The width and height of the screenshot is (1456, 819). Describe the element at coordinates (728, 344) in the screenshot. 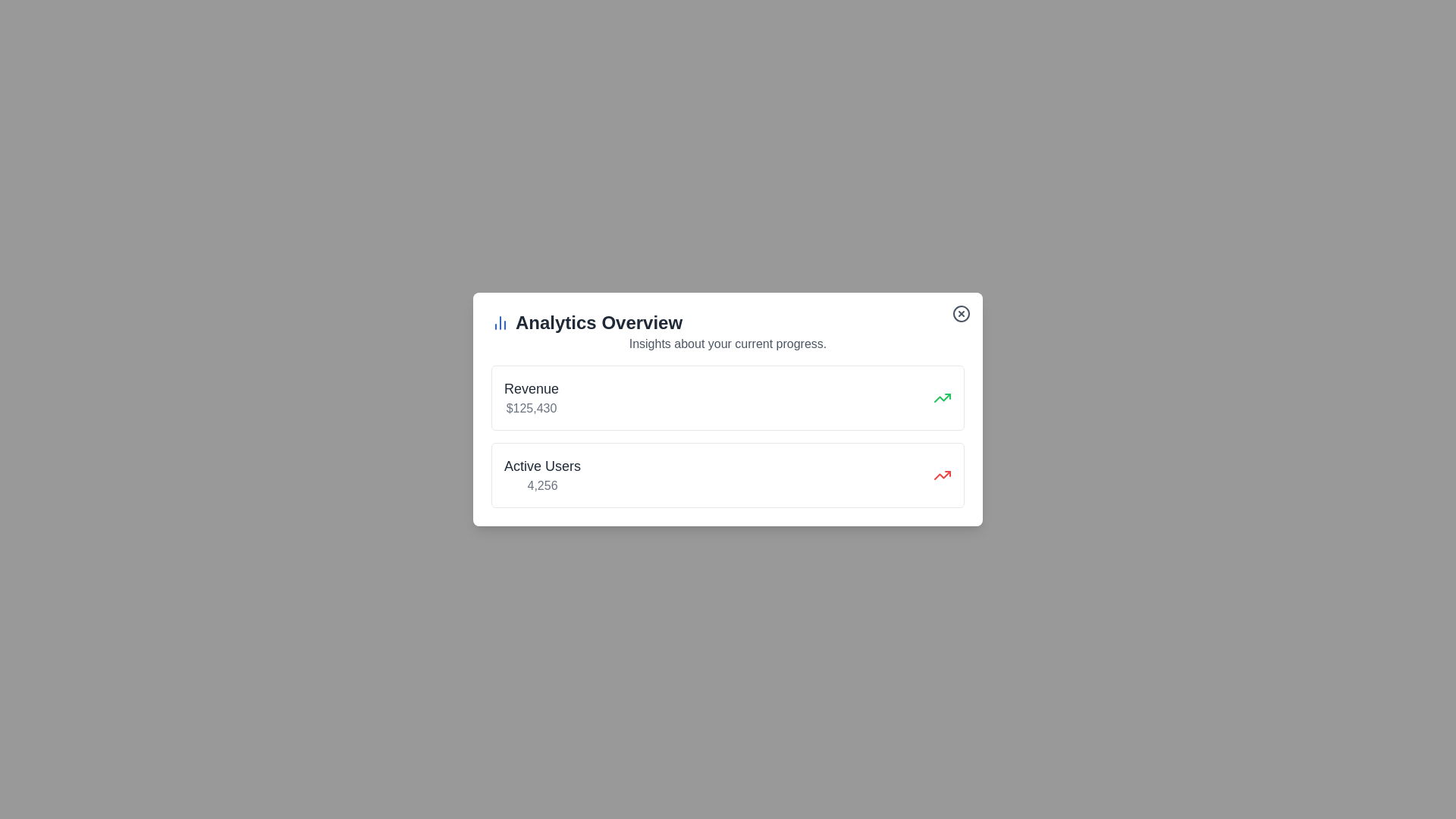

I see `the explanatory text label located below the 'Analytics Overview' header and above the categories starting with 'Revenue' and 'Active Users.'` at that location.